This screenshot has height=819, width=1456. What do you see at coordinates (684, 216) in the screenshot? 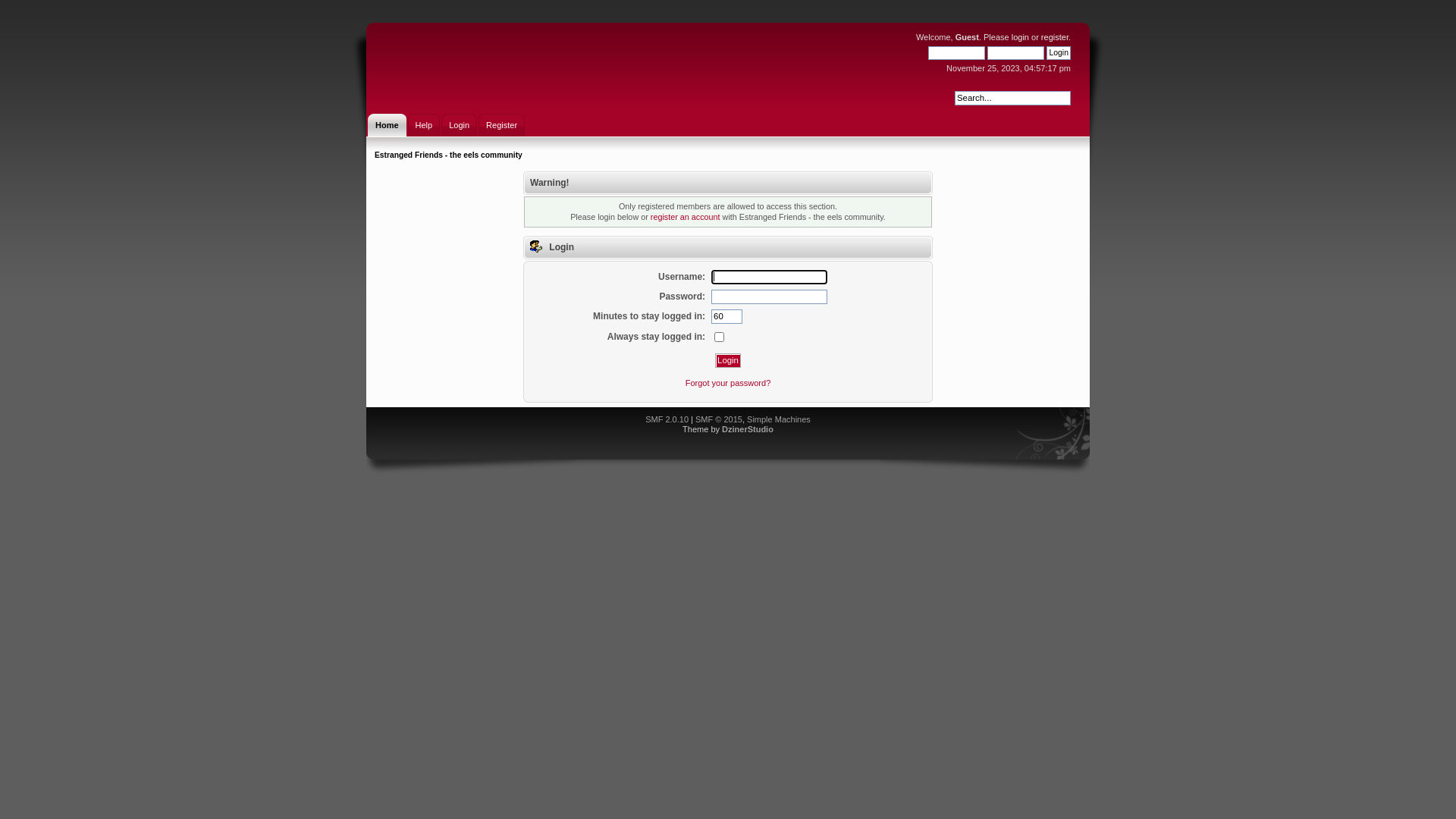
I see `'register an account'` at bounding box center [684, 216].